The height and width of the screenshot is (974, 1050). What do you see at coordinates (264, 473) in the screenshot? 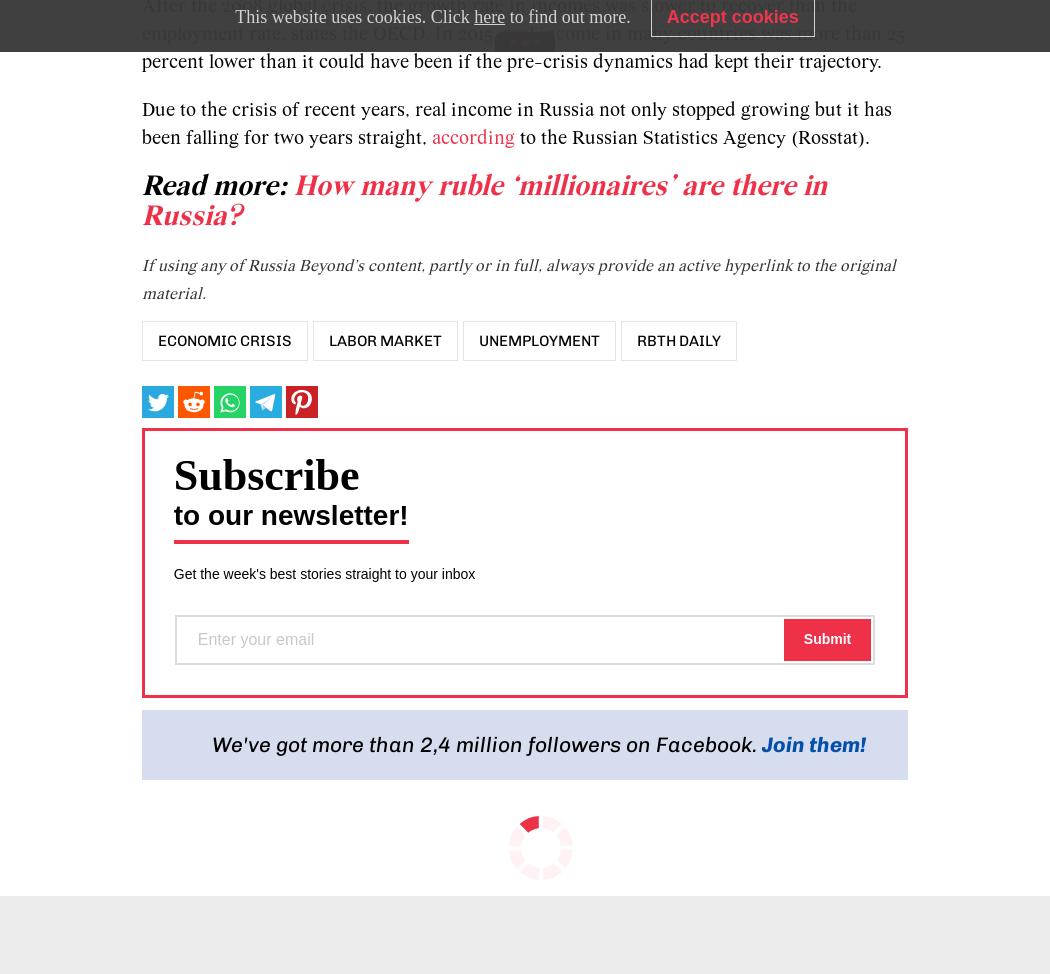
I see `'Subscribe'` at bounding box center [264, 473].